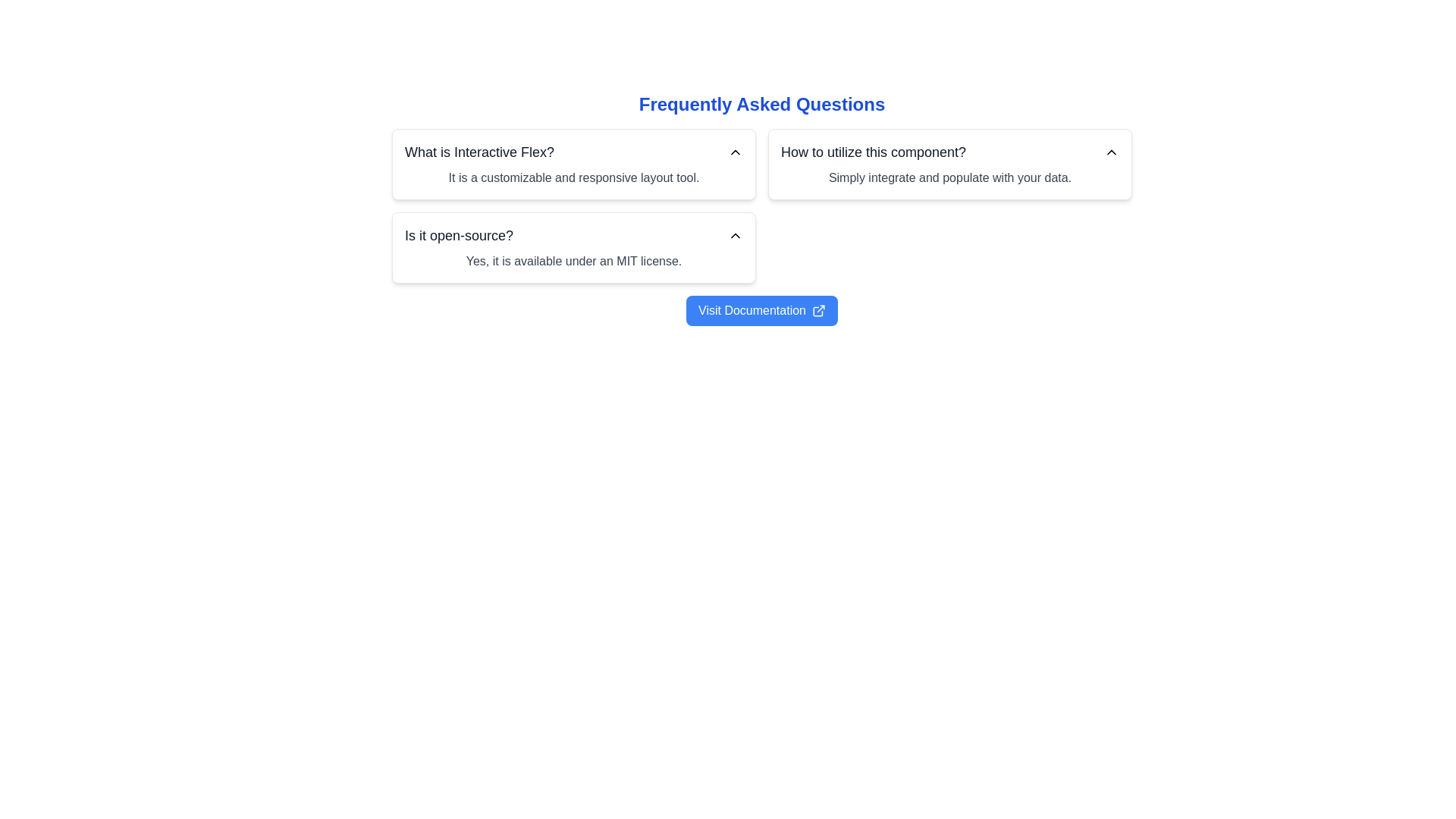  Describe the element at coordinates (761, 309) in the screenshot. I see `the medium-sized button labeled 'Visit Documentation' with a blue background and an external link icon to observe visual feedback` at that location.